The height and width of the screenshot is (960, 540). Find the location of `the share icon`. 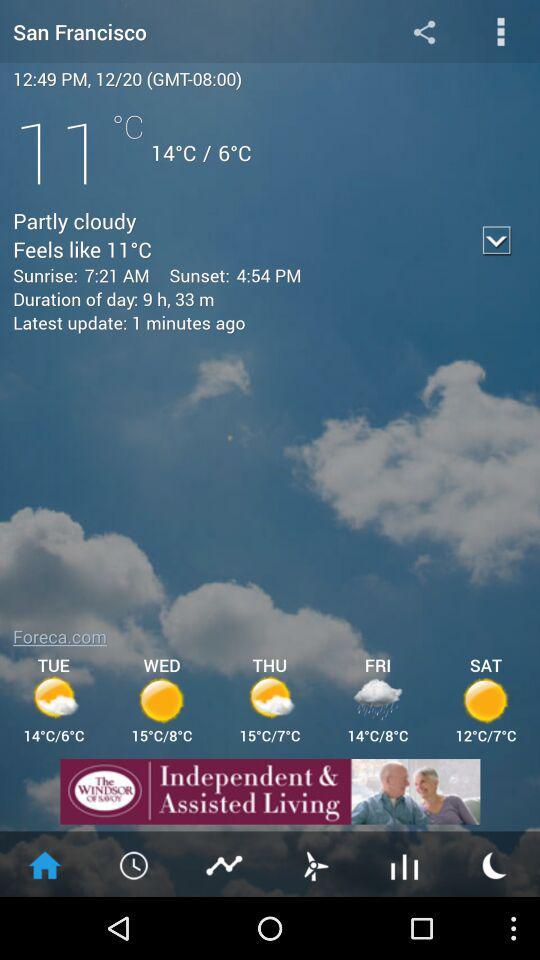

the share icon is located at coordinates (423, 33).